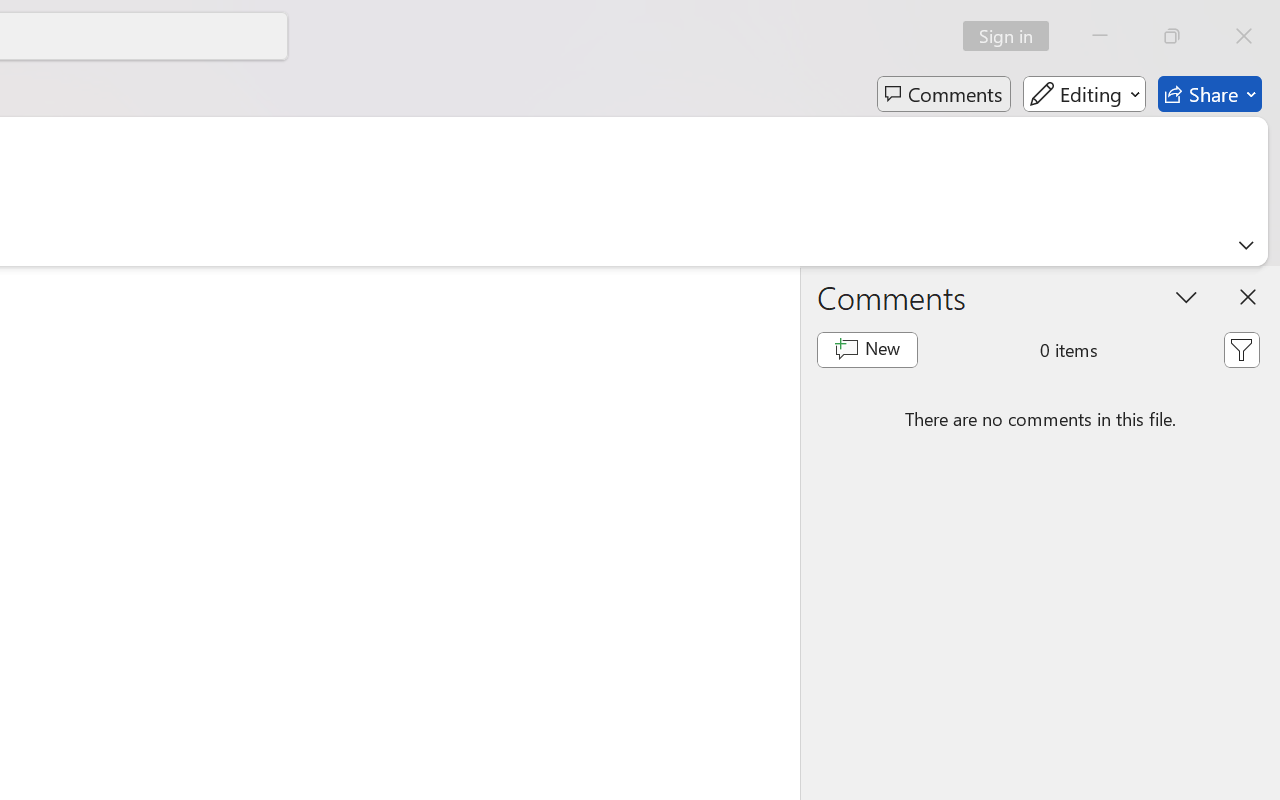 This screenshot has height=800, width=1280. I want to click on 'New comment', so click(867, 350).